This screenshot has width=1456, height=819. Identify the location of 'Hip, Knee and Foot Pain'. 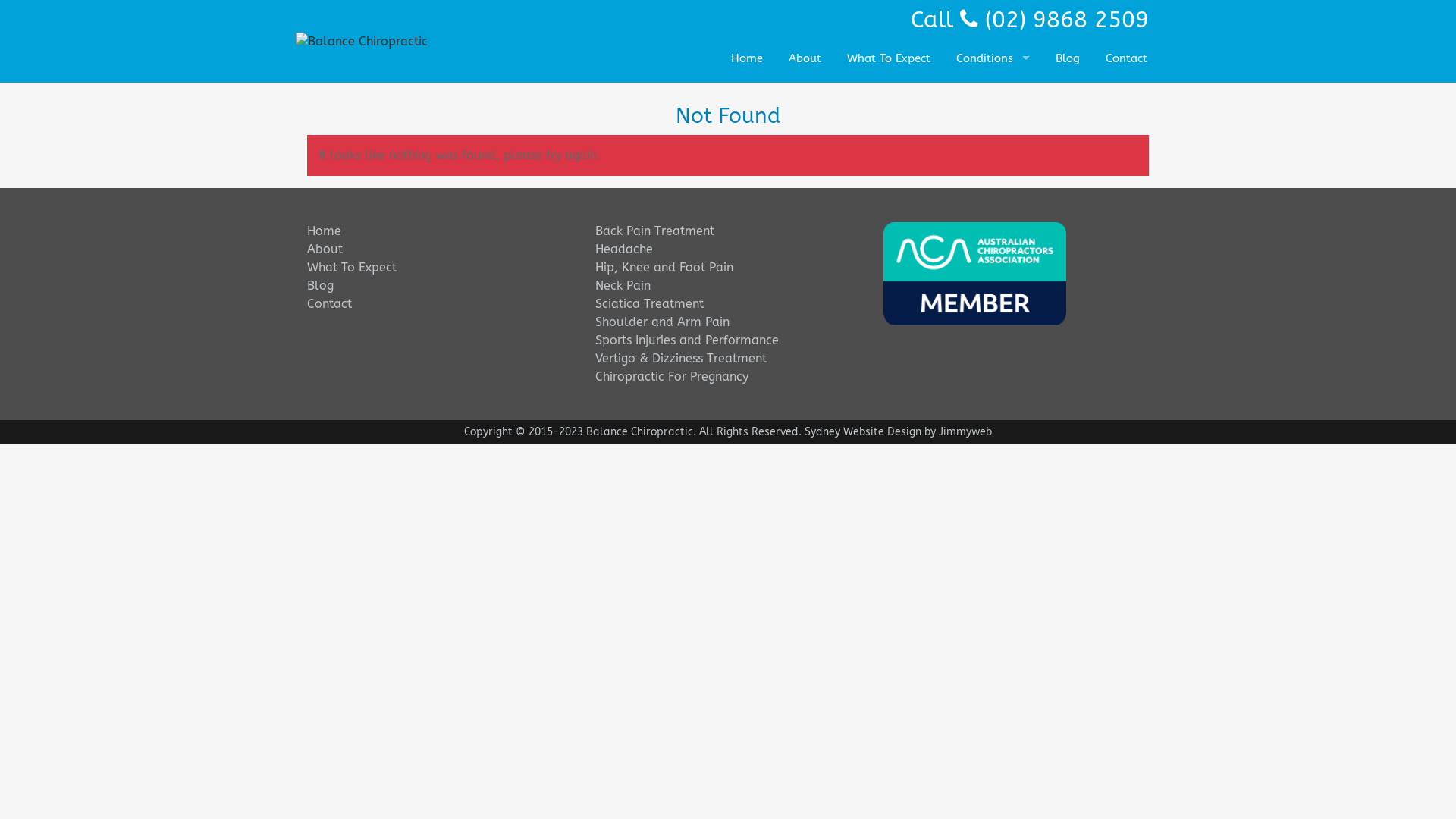
(664, 266).